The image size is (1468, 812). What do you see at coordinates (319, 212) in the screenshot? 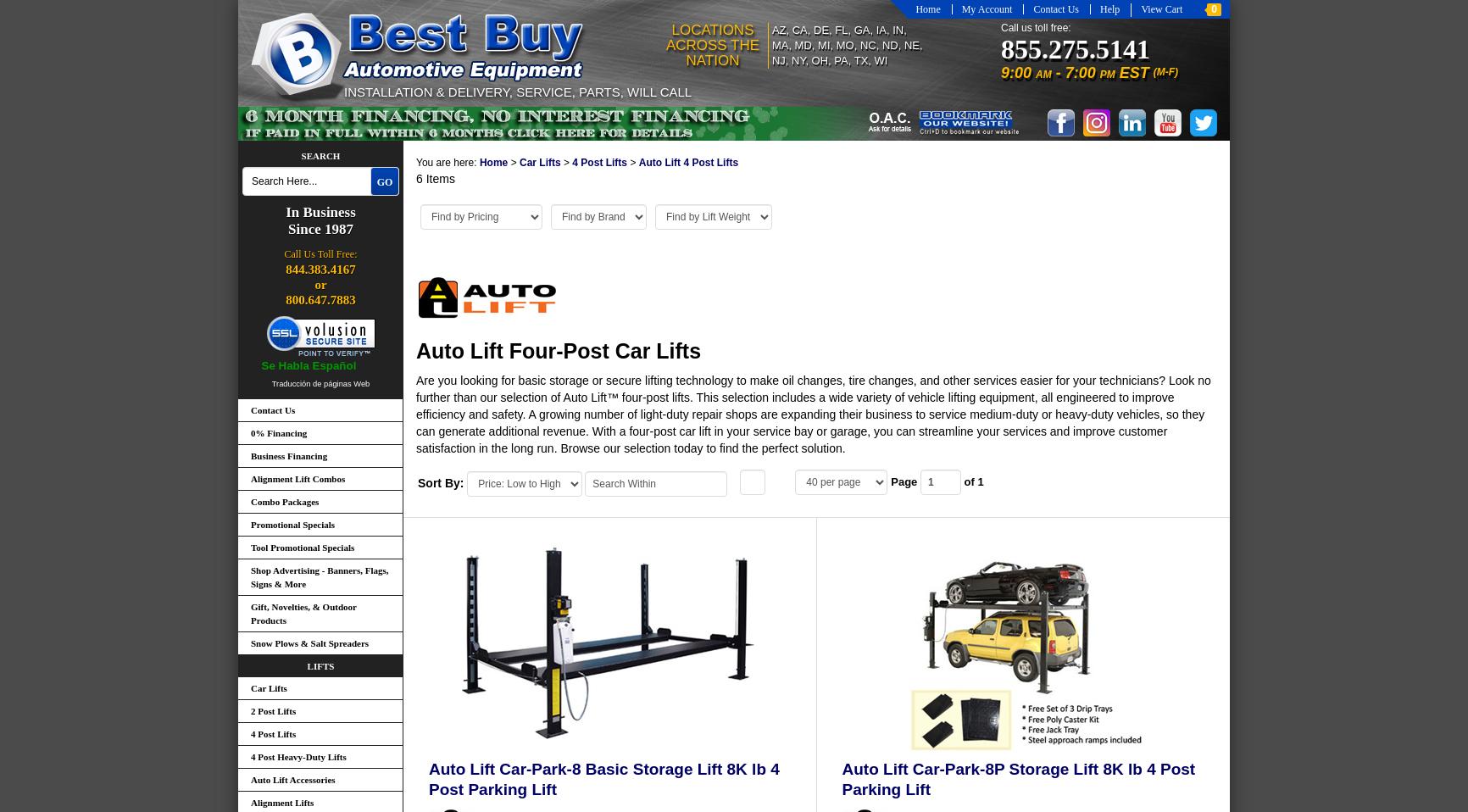
I see `'In Business'` at bounding box center [319, 212].